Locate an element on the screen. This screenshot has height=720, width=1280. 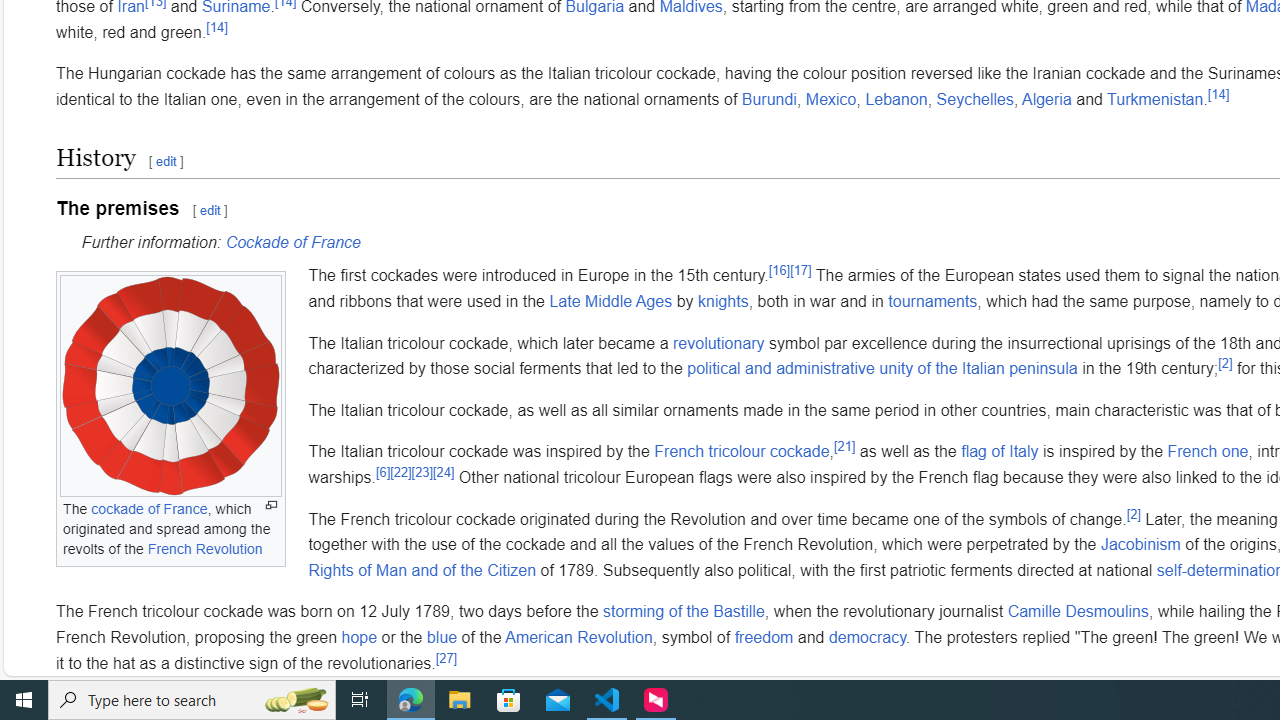
'Jacobinism' is located at coordinates (1140, 544).